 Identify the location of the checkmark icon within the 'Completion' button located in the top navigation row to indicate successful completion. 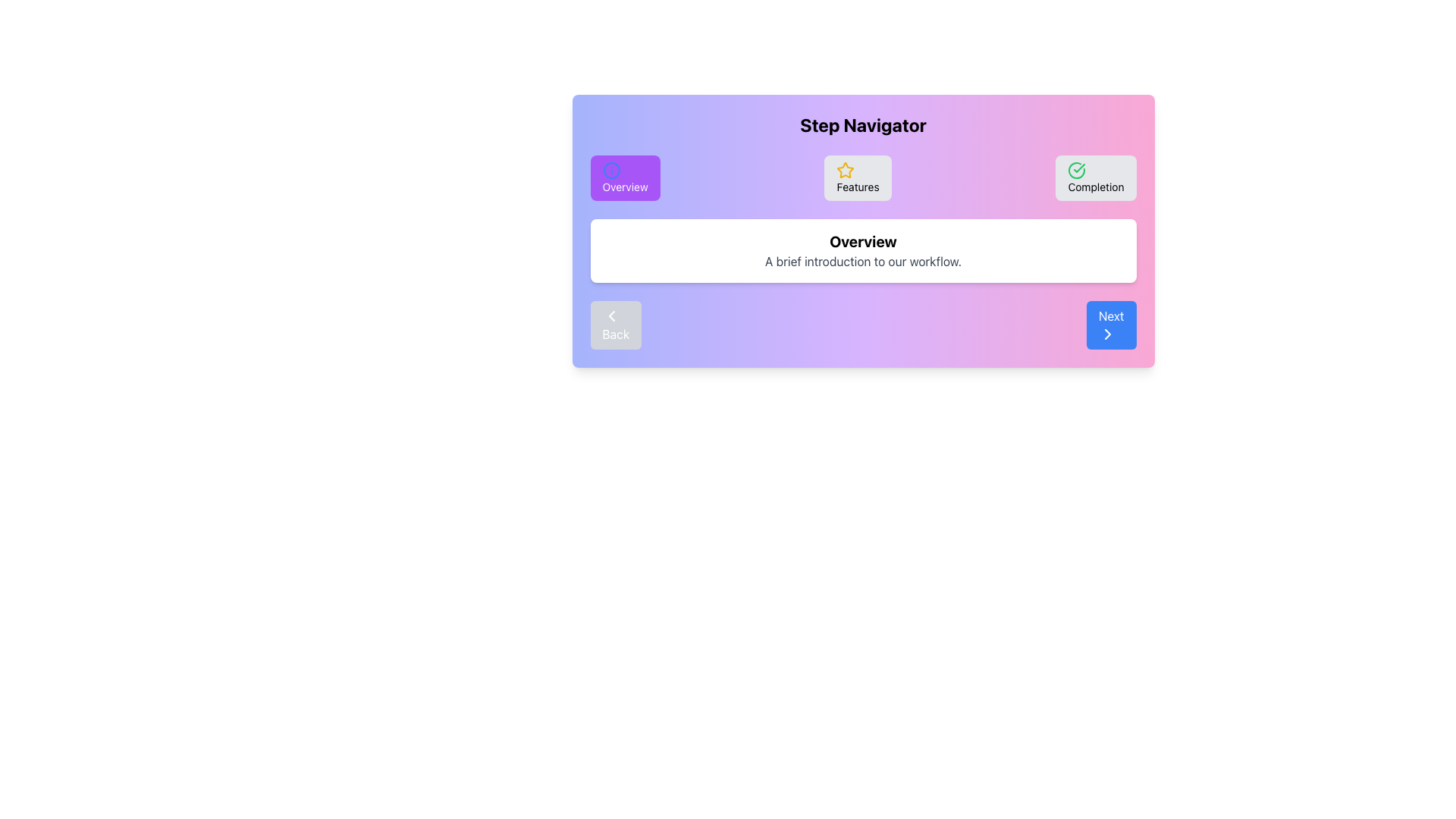
(1076, 170).